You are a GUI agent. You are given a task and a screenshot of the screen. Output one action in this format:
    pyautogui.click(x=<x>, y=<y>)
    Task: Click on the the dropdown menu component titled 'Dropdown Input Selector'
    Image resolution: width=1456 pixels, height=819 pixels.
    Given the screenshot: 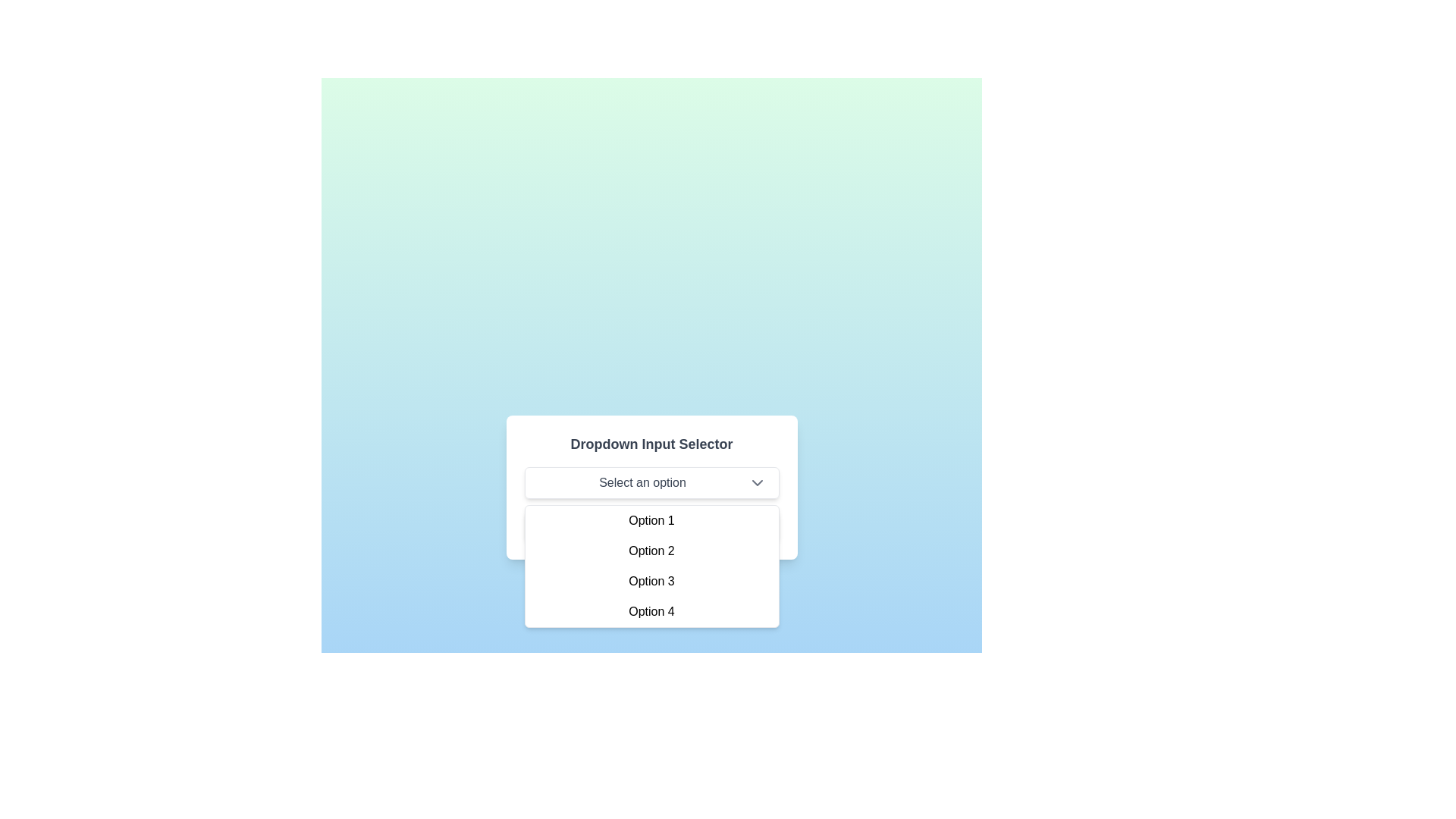 What is the action you would take?
    pyautogui.click(x=651, y=488)
    